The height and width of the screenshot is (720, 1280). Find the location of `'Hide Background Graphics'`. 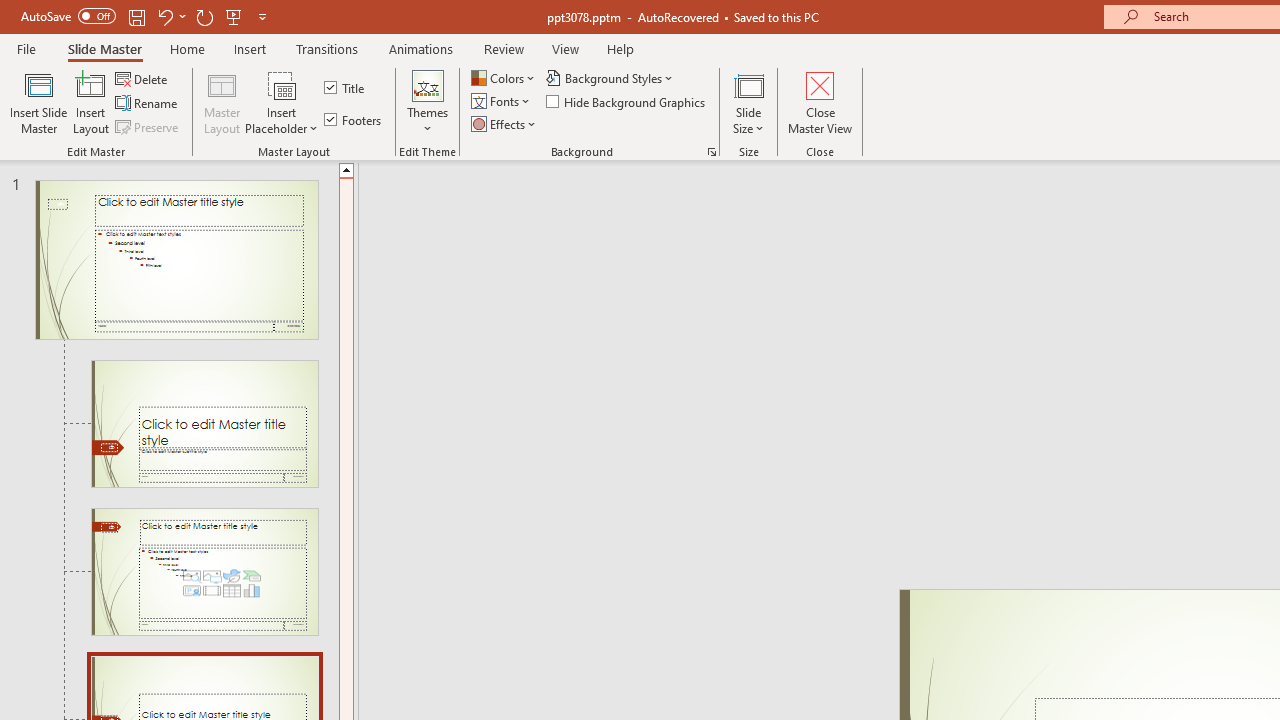

'Hide Background Graphics' is located at coordinates (626, 101).